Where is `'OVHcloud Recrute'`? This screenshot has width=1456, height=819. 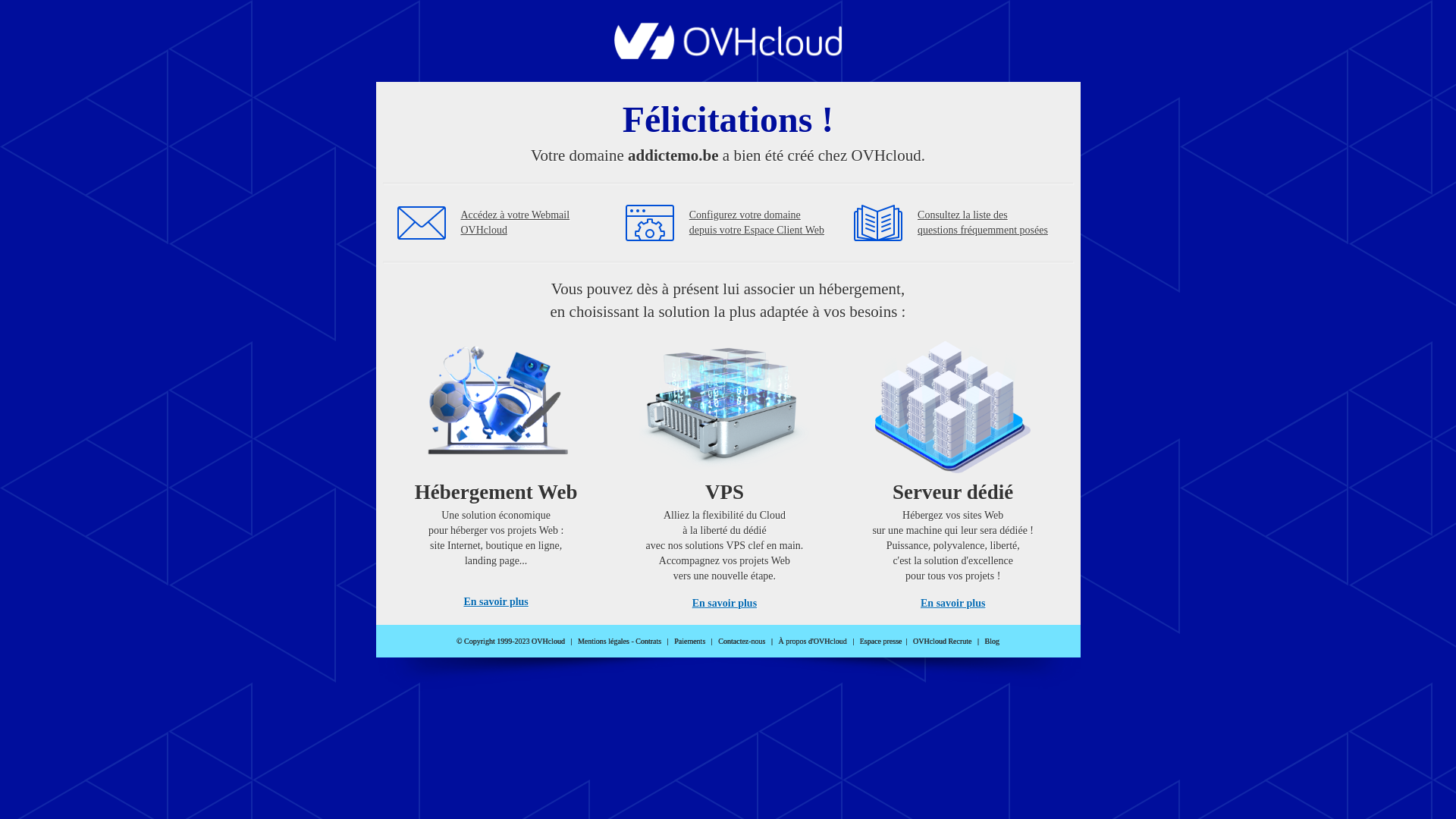 'OVHcloud Recrute' is located at coordinates (941, 641).